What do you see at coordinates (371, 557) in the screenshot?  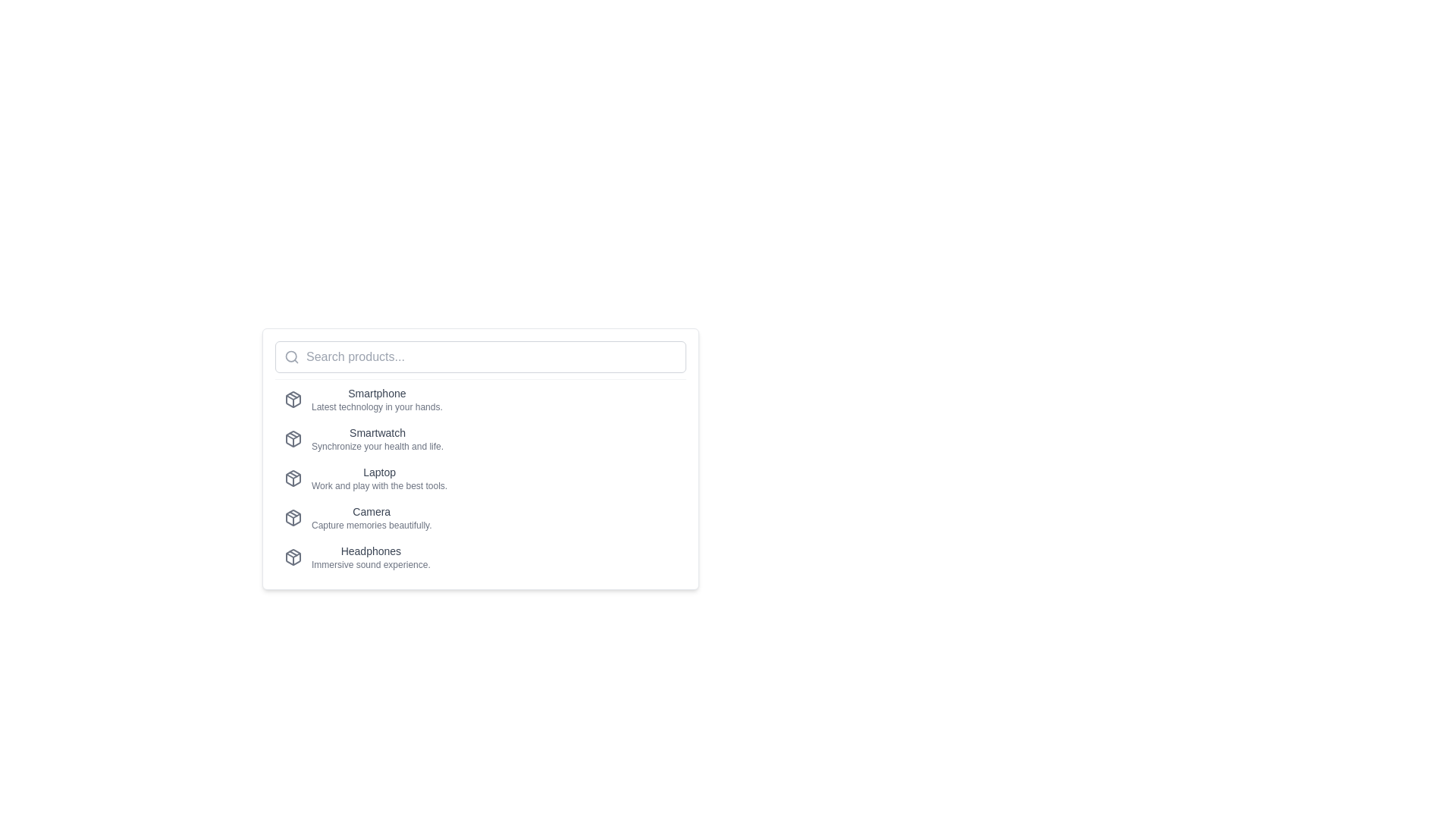 I see `the text block that describes the product 'Headphones' in the fifth row of the search results` at bounding box center [371, 557].